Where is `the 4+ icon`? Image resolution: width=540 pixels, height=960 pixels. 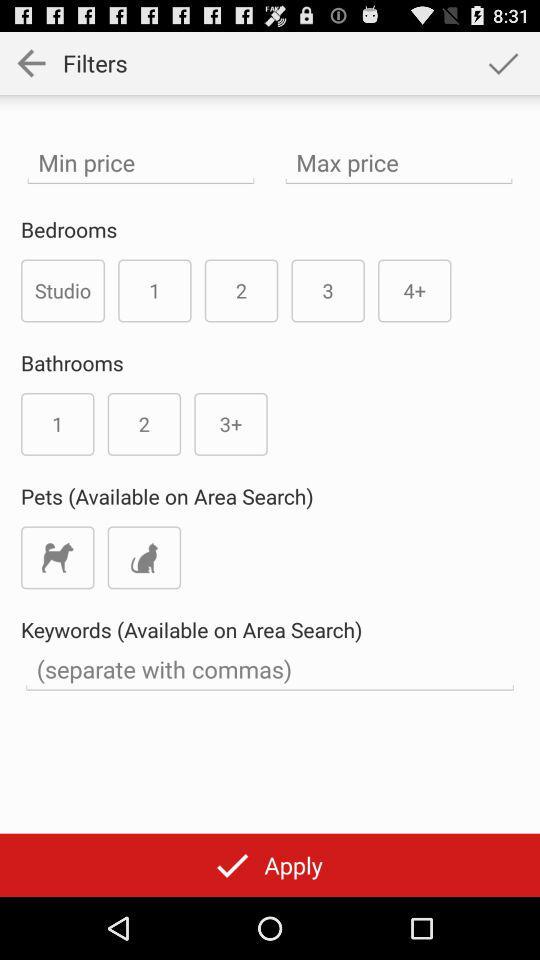 the 4+ icon is located at coordinates (413, 289).